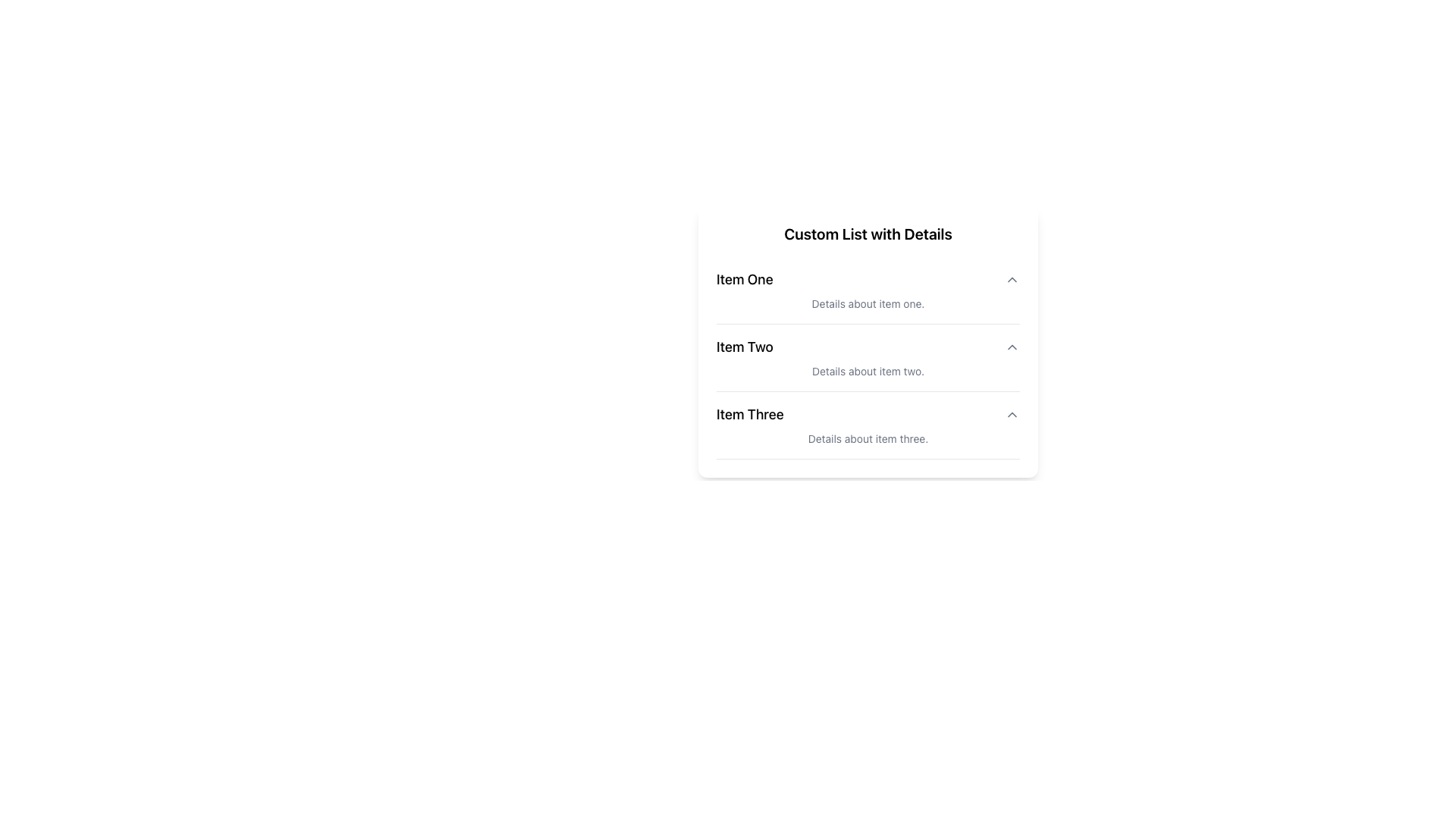 This screenshot has width=1456, height=819. I want to click on the main title or header text label for the first item, so click(745, 280).